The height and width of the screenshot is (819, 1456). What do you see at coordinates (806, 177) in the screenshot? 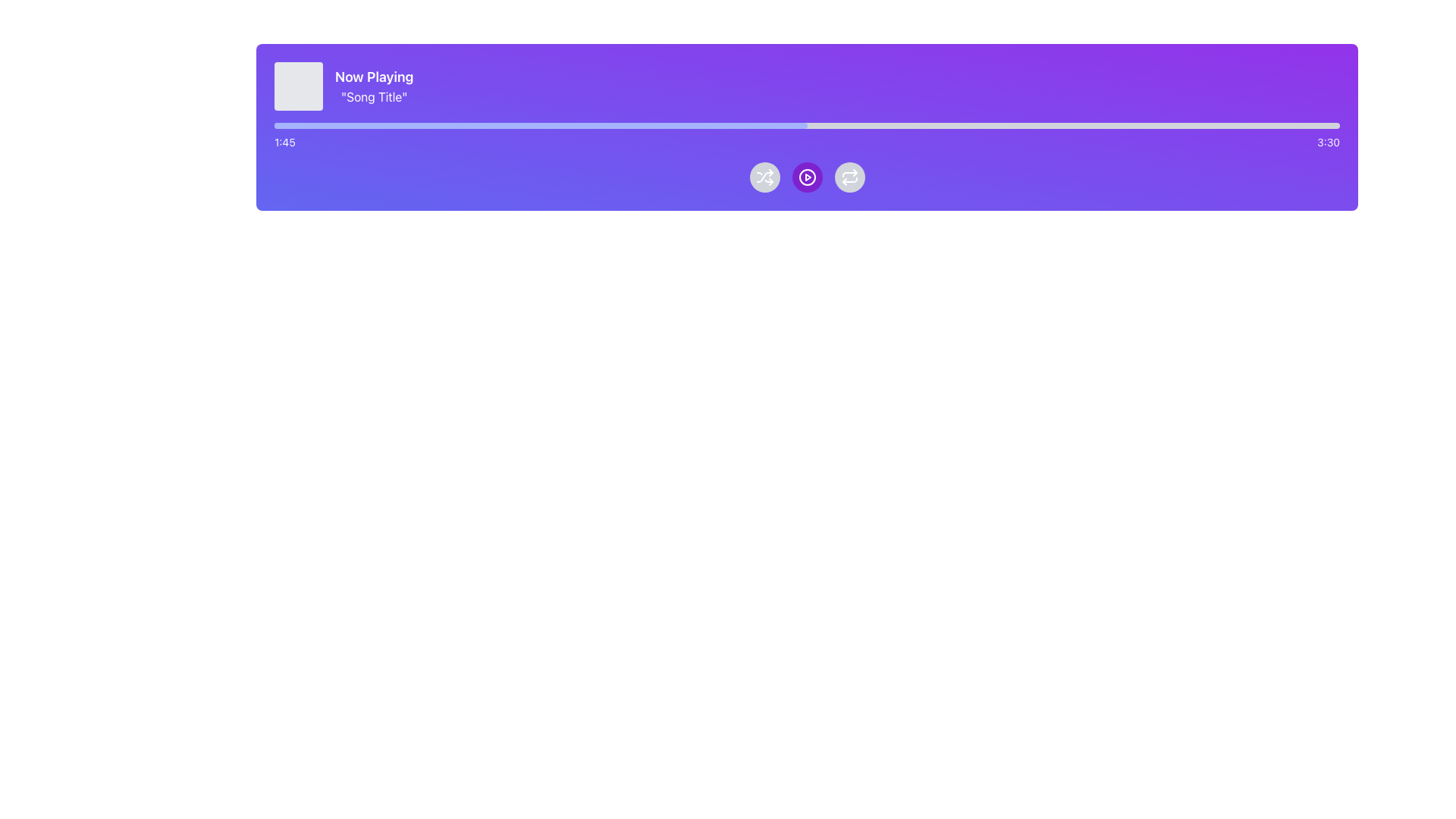
I see `the central 'Play' button located below the progress bar` at bounding box center [806, 177].